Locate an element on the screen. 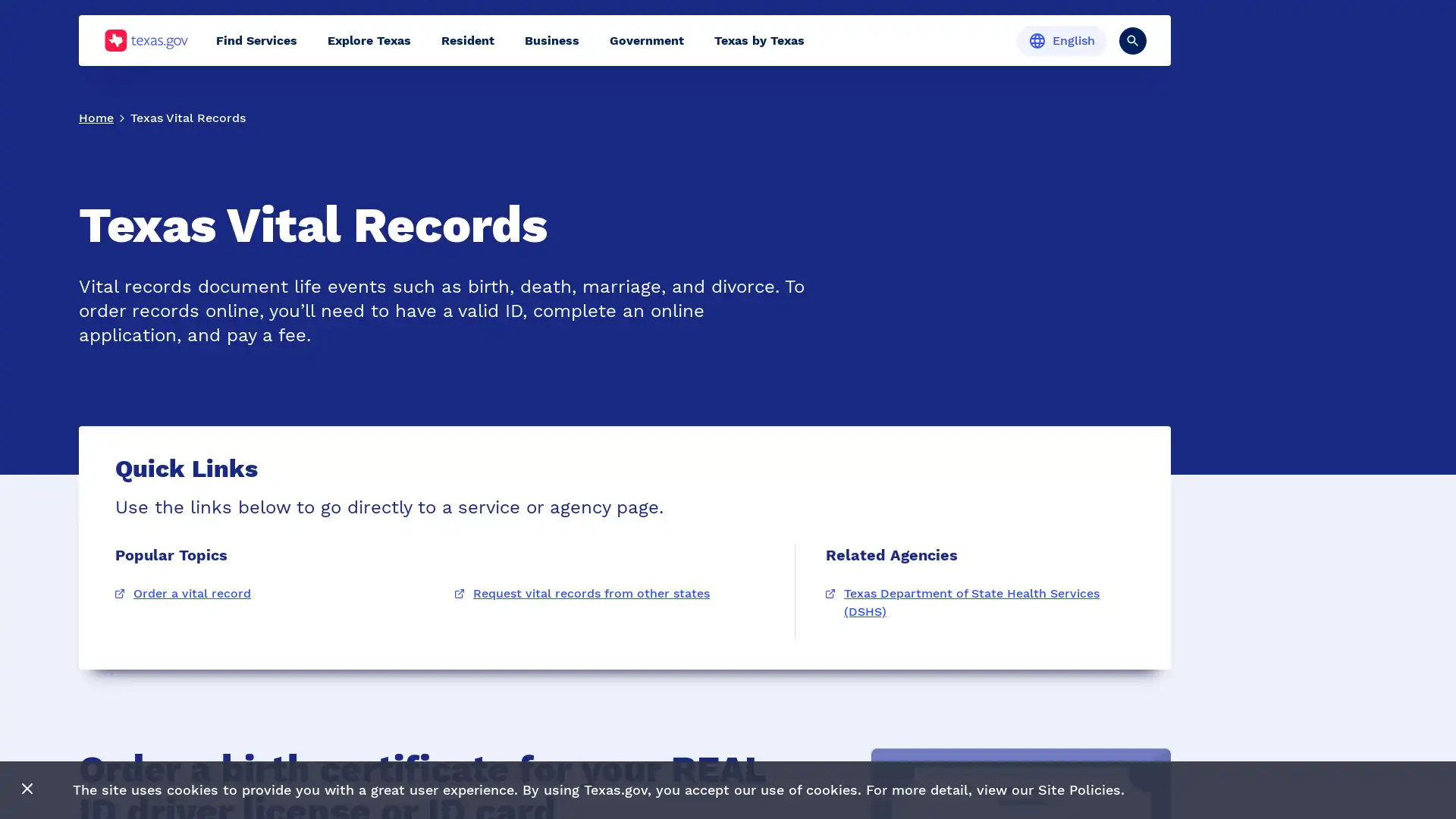 This screenshot has width=1456, height=819. Business is located at coordinates (551, 39).